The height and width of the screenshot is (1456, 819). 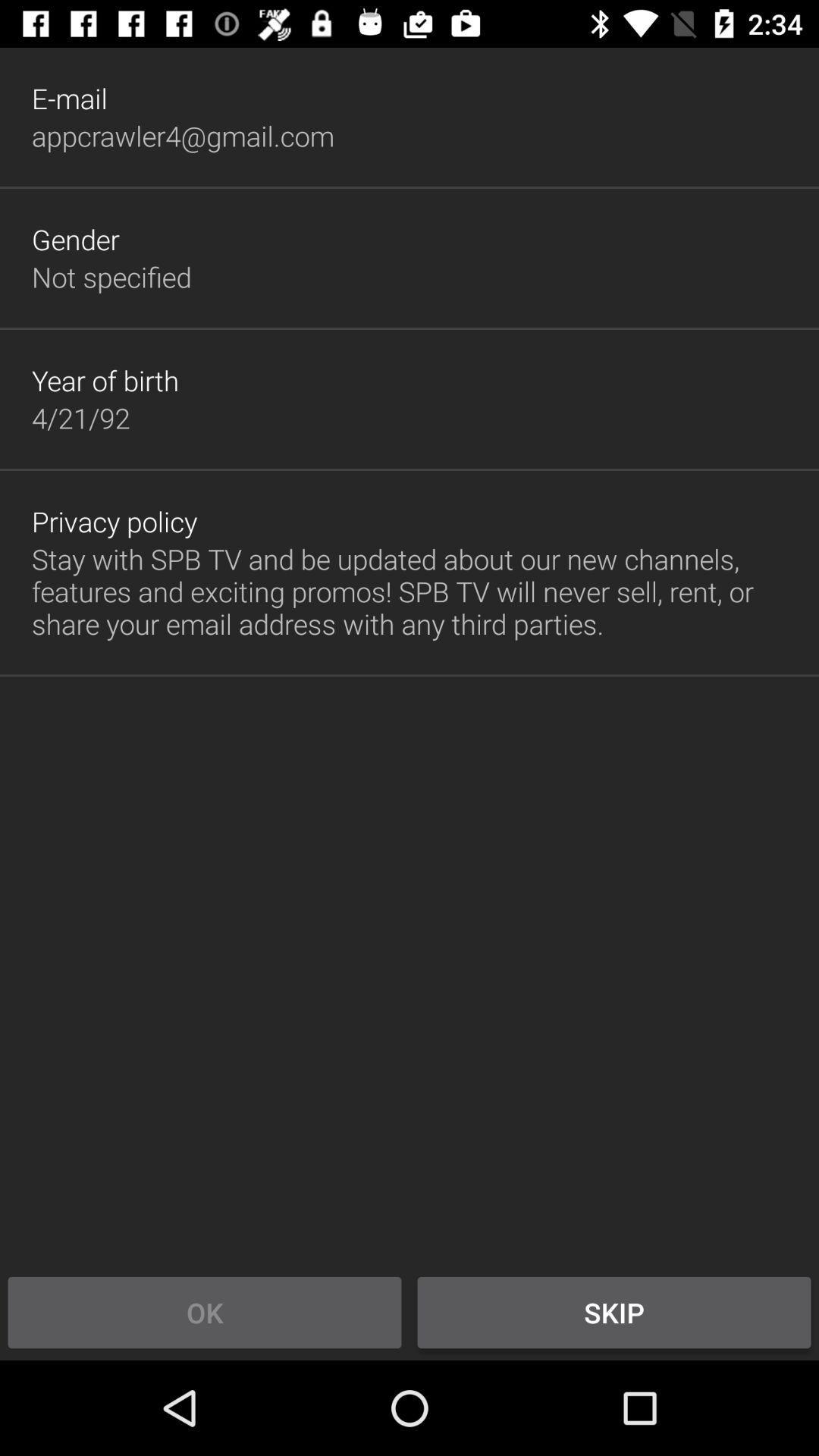 What do you see at coordinates (80, 418) in the screenshot?
I see `the 4/21/92 icon` at bounding box center [80, 418].